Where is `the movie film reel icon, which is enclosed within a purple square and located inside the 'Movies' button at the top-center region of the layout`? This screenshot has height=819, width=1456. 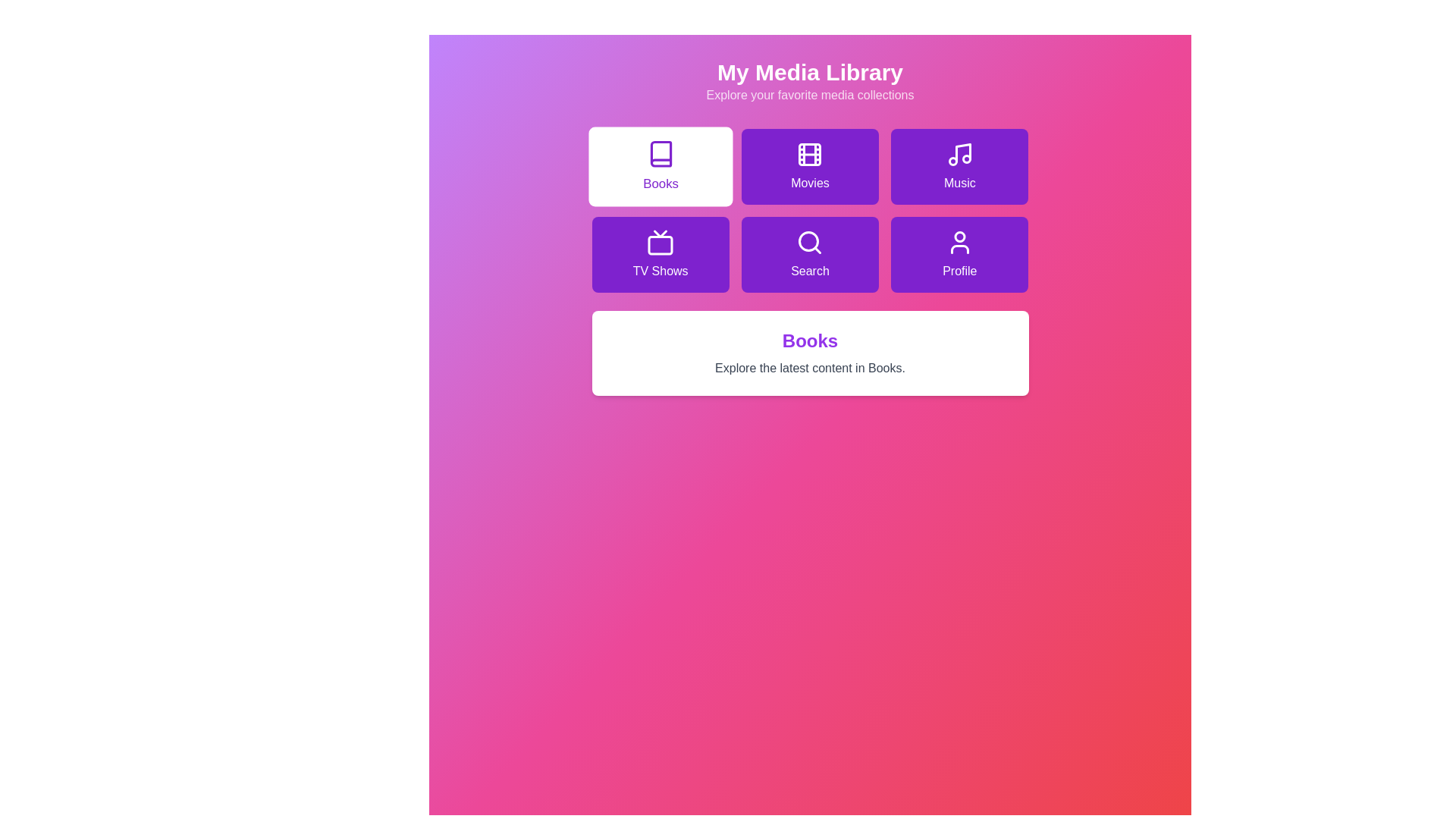 the movie film reel icon, which is enclosed within a purple square and located inside the 'Movies' button at the top-center region of the layout is located at coordinates (809, 155).